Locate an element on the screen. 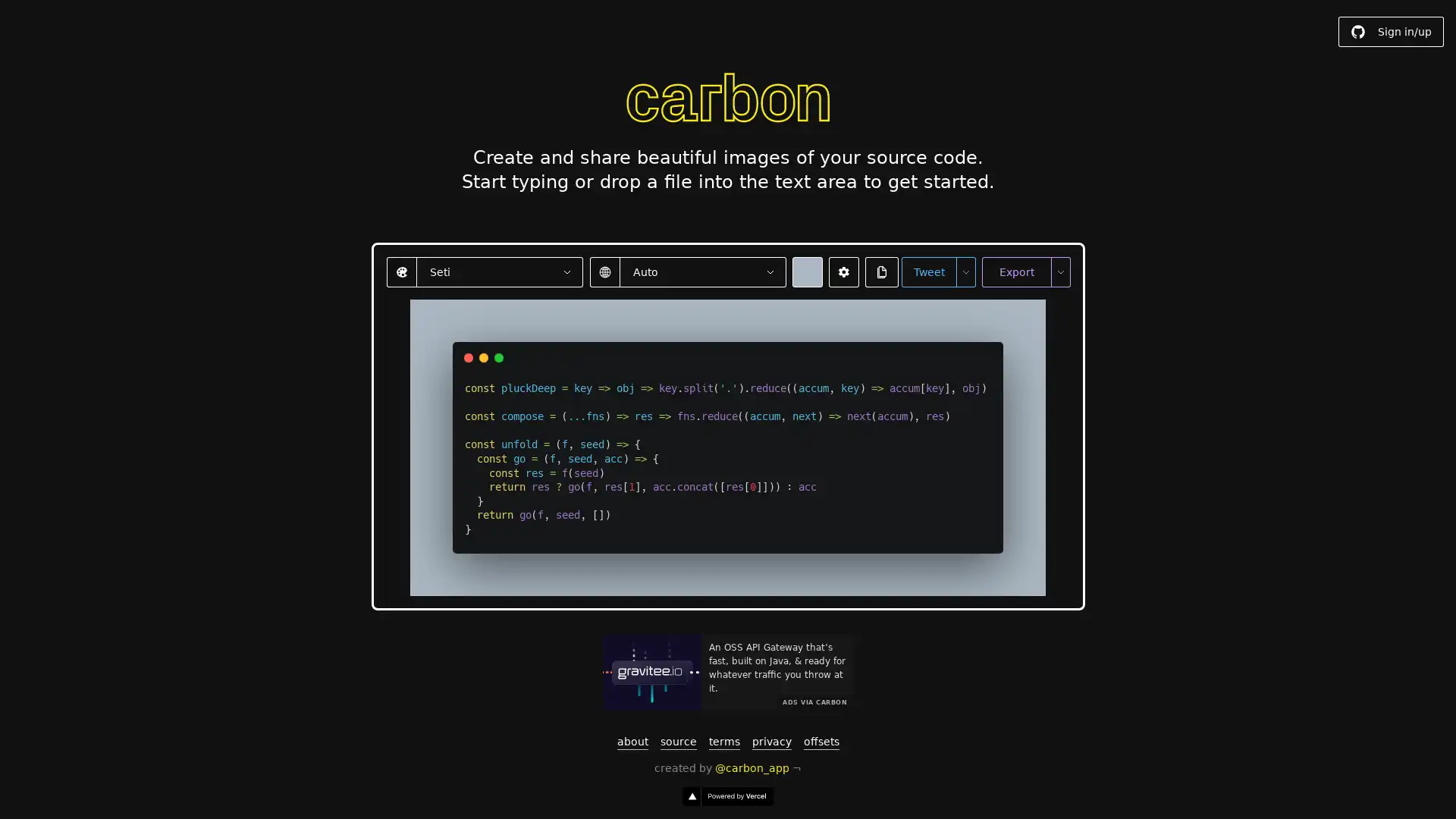 The image size is (1456, 819). GitHub Sign in/up is located at coordinates (1391, 32).